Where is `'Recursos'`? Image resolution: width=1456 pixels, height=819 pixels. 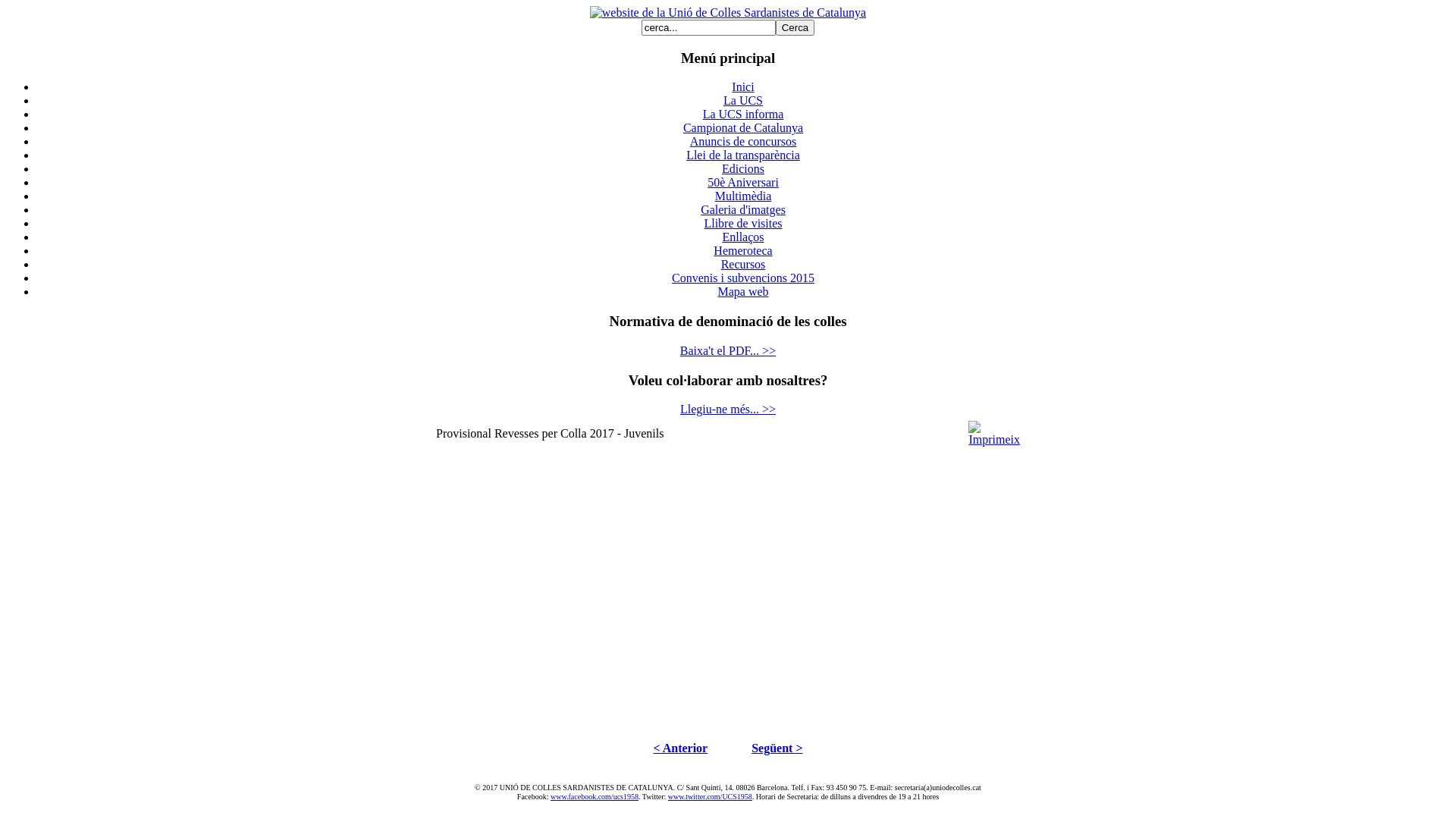
'Recursos' is located at coordinates (743, 263).